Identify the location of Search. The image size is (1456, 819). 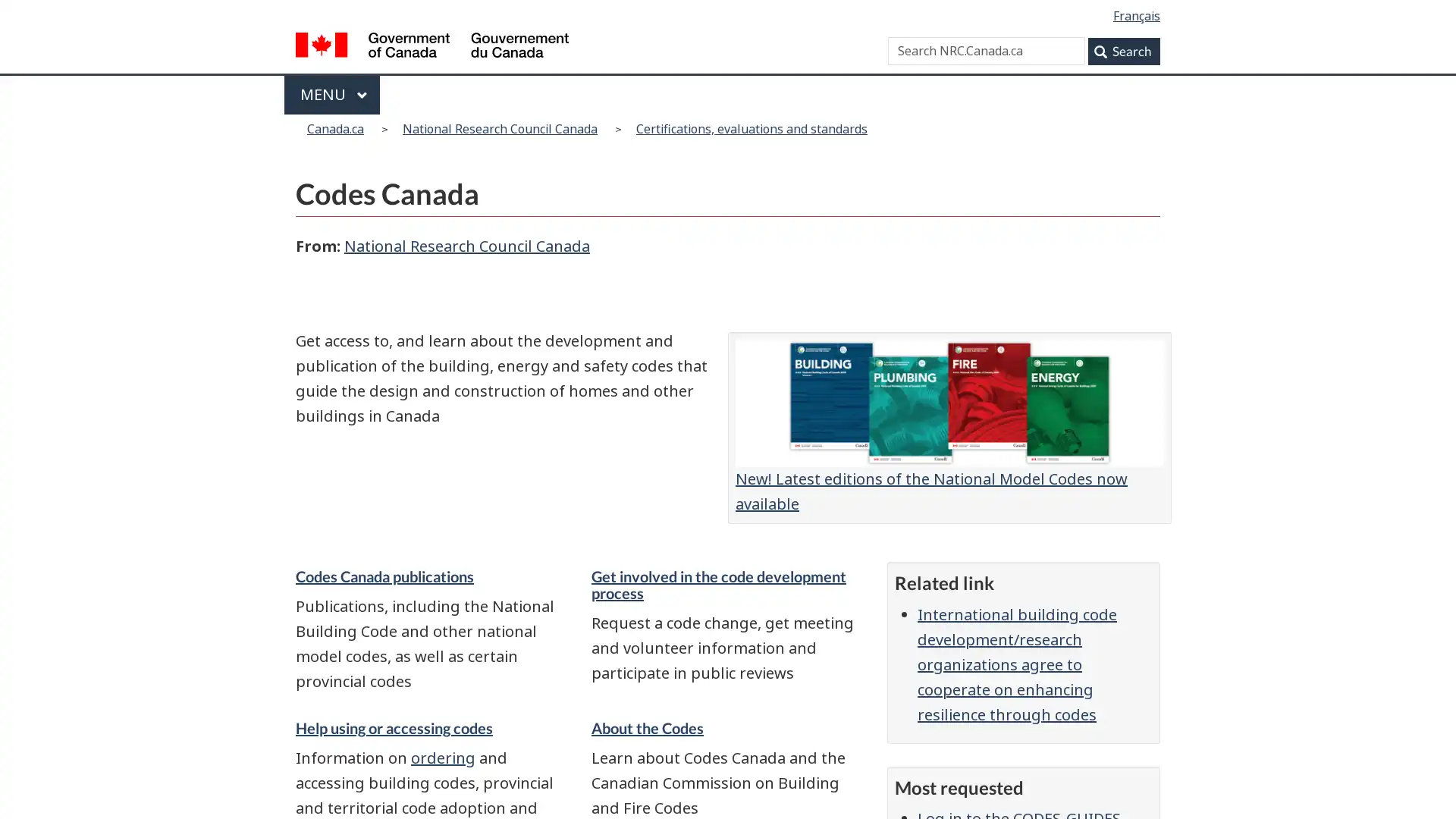
(1124, 49).